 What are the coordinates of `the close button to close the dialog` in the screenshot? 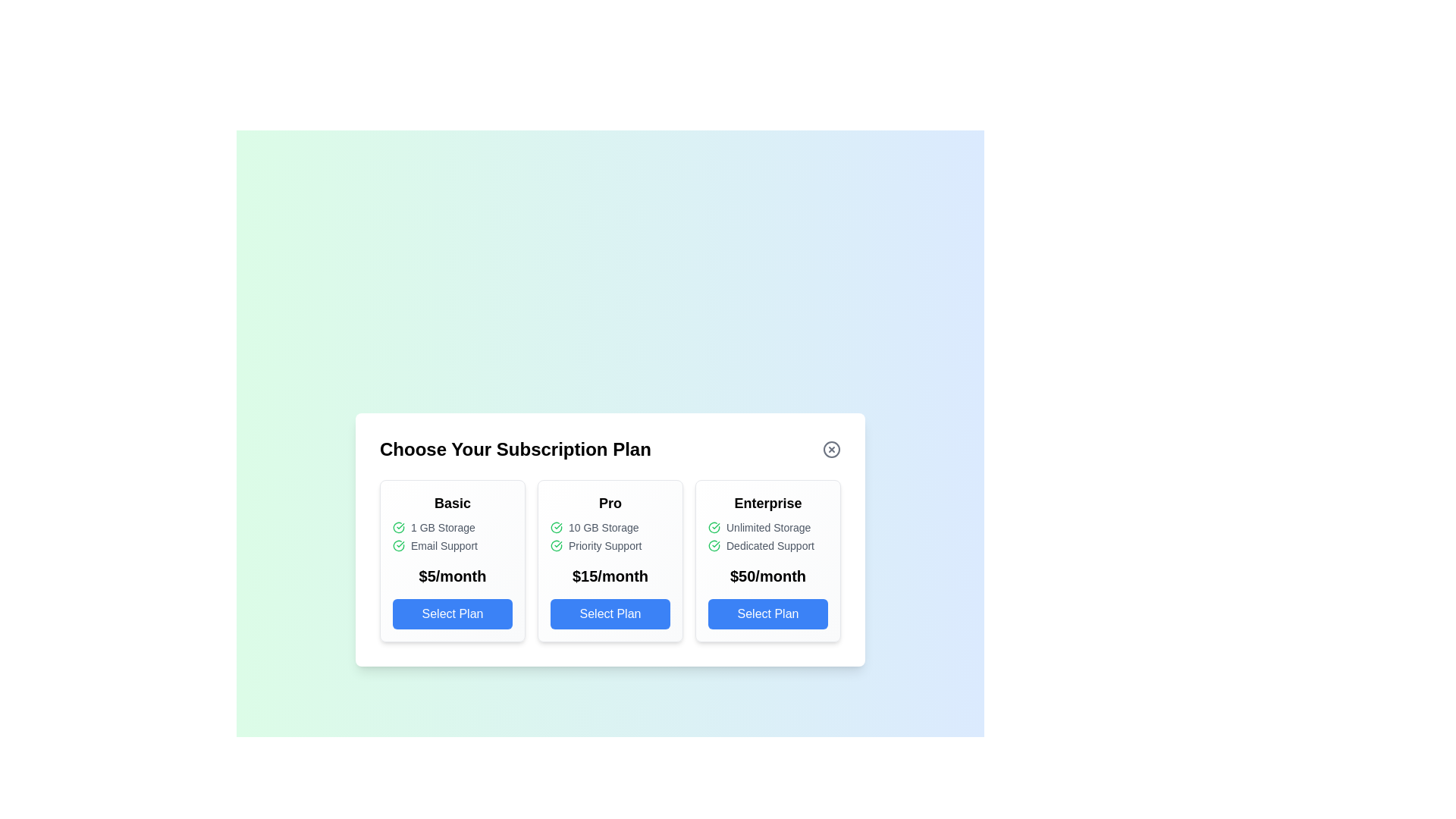 It's located at (831, 449).